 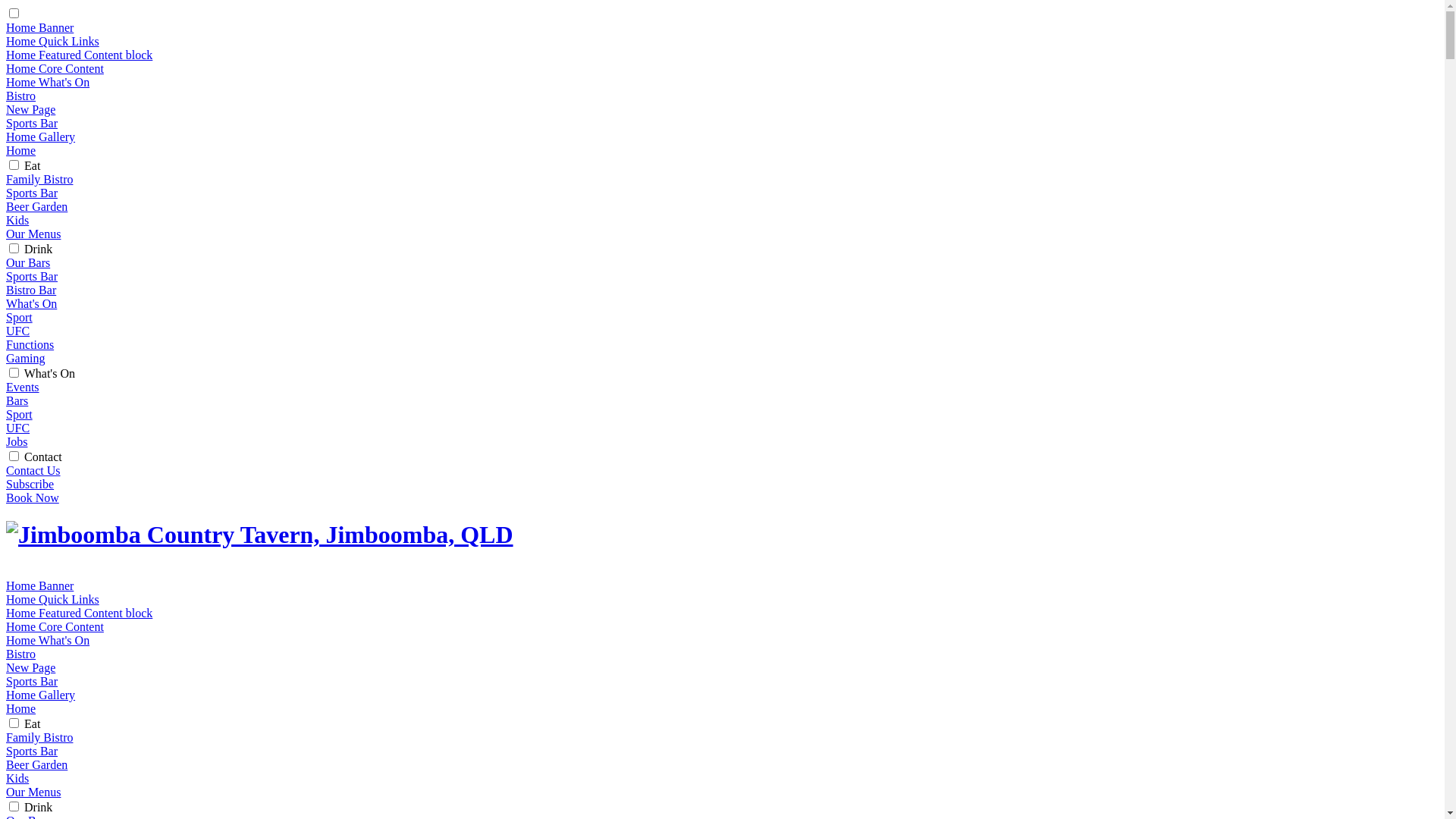 What do you see at coordinates (31, 290) in the screenshot?
I see `'Bistro Bar'` at bounding box center [31, 290].